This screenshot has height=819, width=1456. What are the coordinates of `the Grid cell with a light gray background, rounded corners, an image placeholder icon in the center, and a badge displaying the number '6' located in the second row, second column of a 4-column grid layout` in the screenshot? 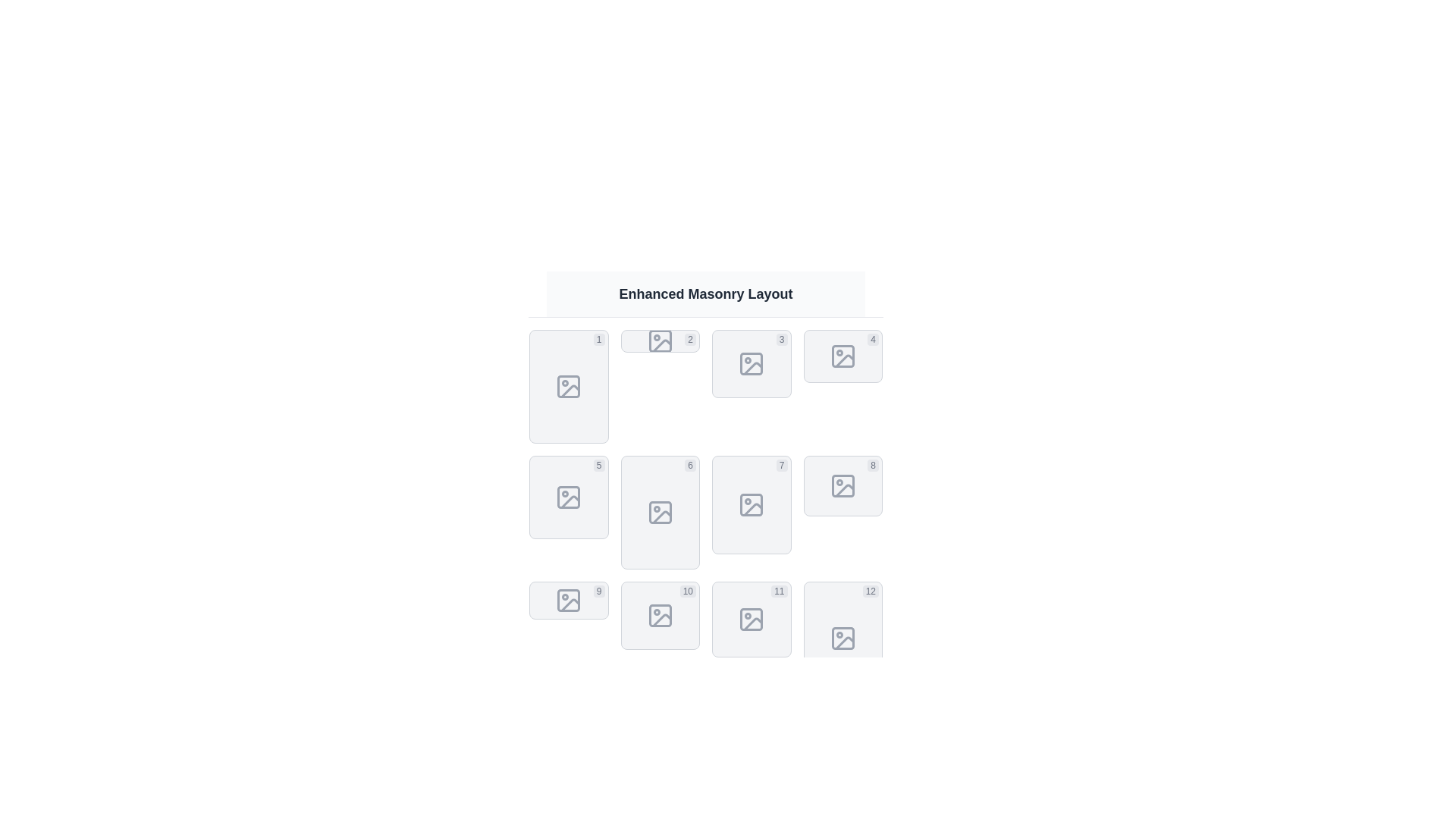 It's located at (660, 512).